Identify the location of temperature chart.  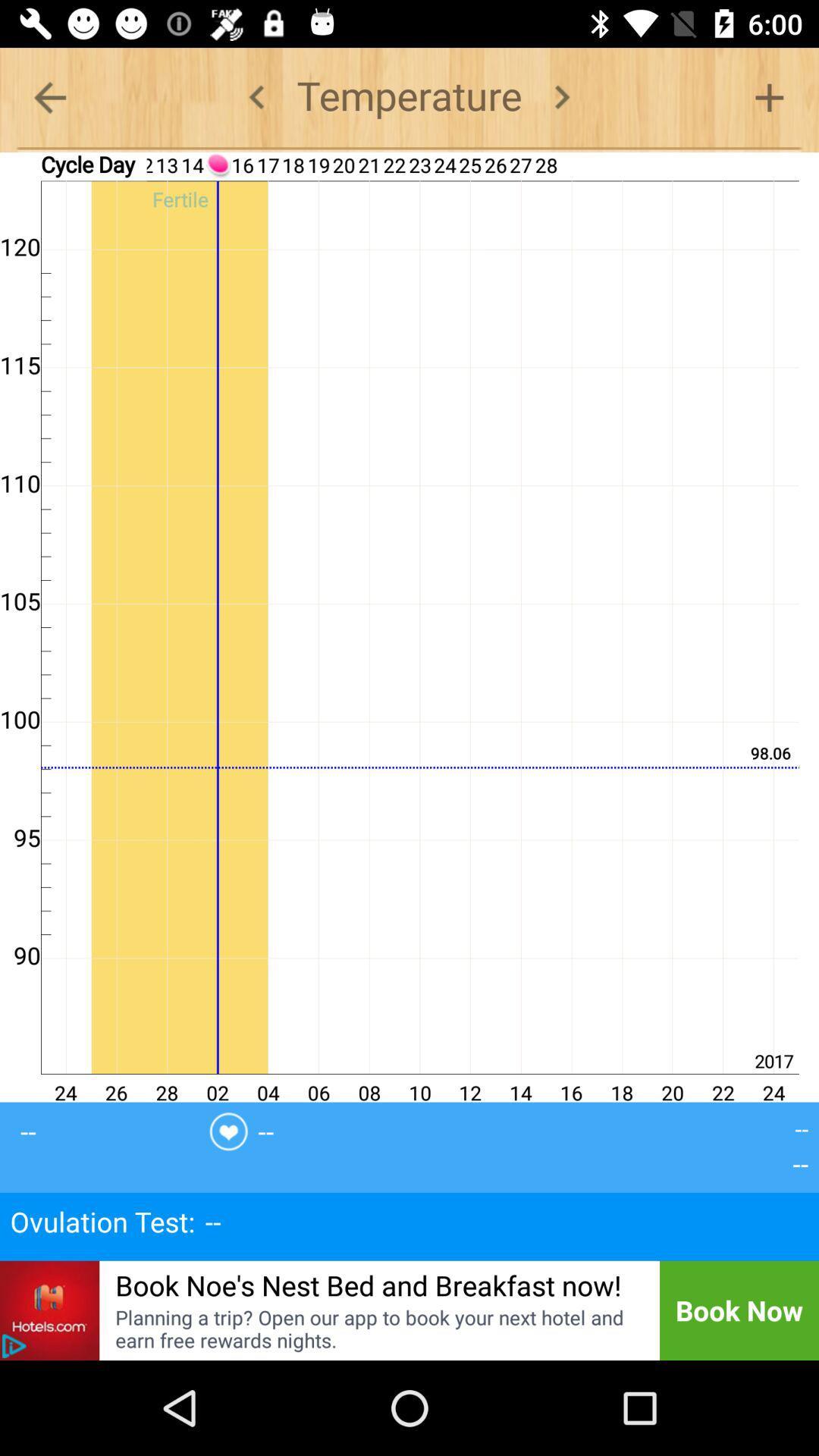
(14, 1346).